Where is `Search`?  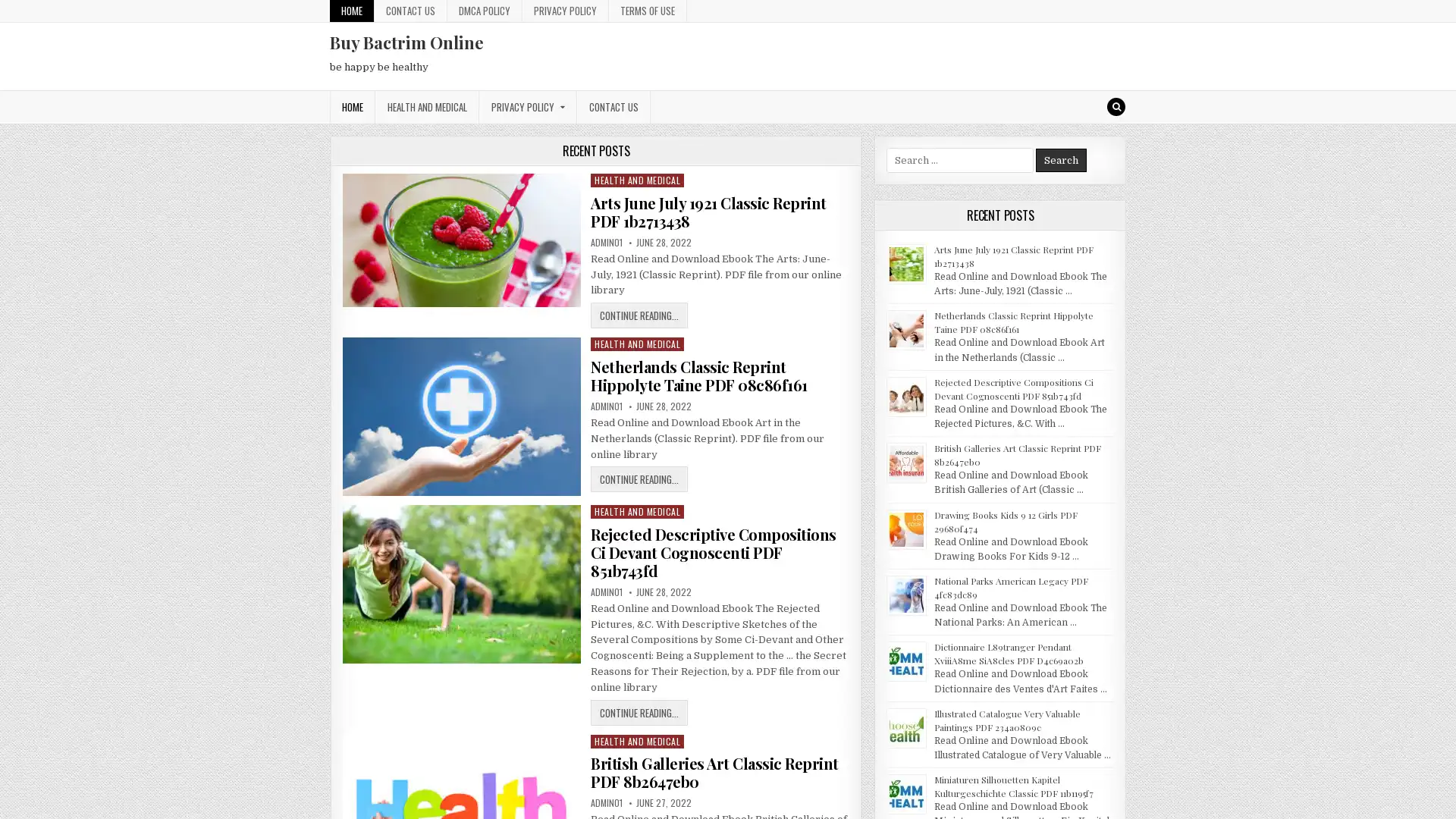
Search is located at coordinates (1060, 160).